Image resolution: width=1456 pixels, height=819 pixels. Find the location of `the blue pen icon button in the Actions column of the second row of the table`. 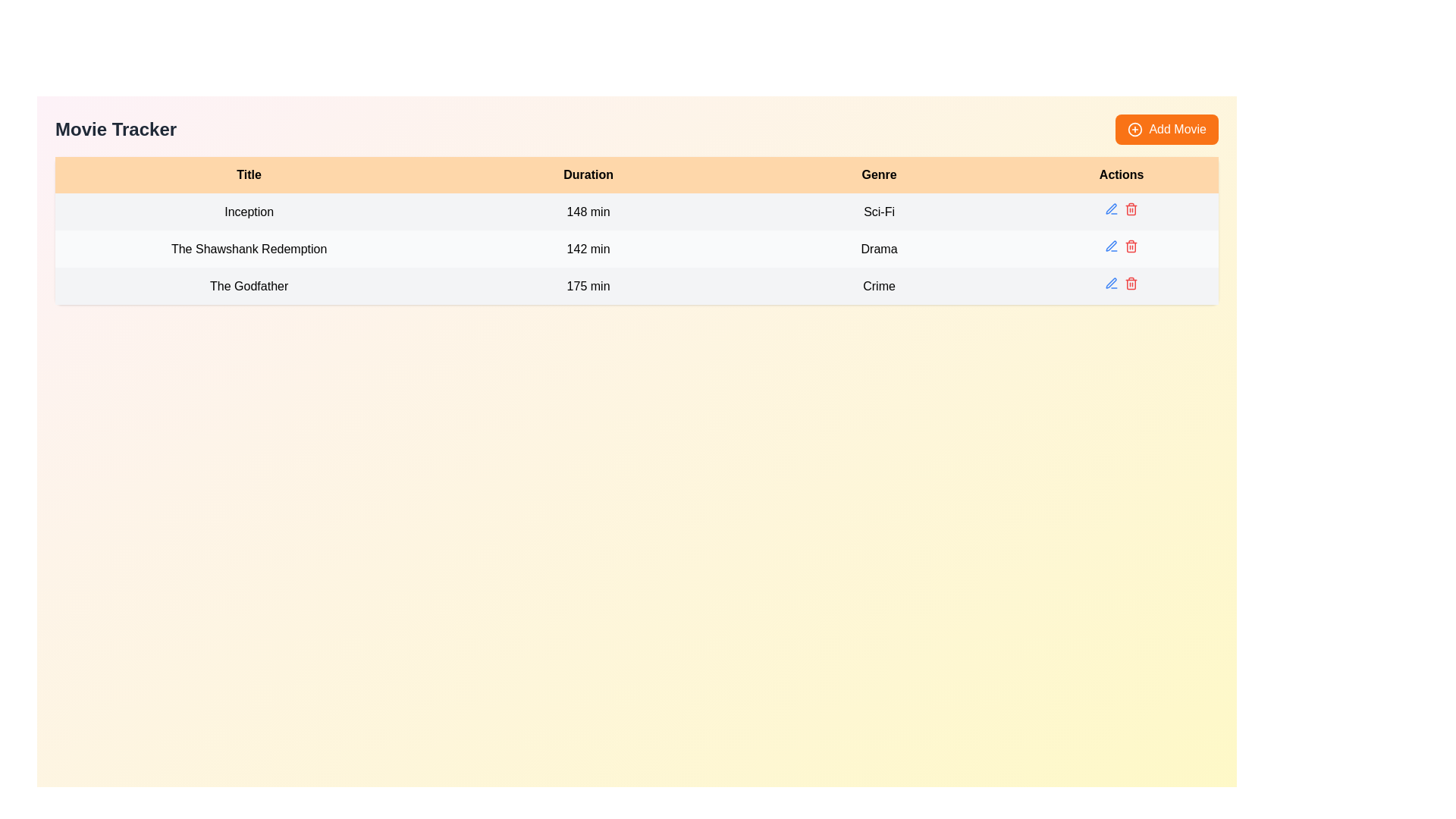

the blue pen icon button in the Actions column of the second row of the table is located at coordinates (1112, 245).